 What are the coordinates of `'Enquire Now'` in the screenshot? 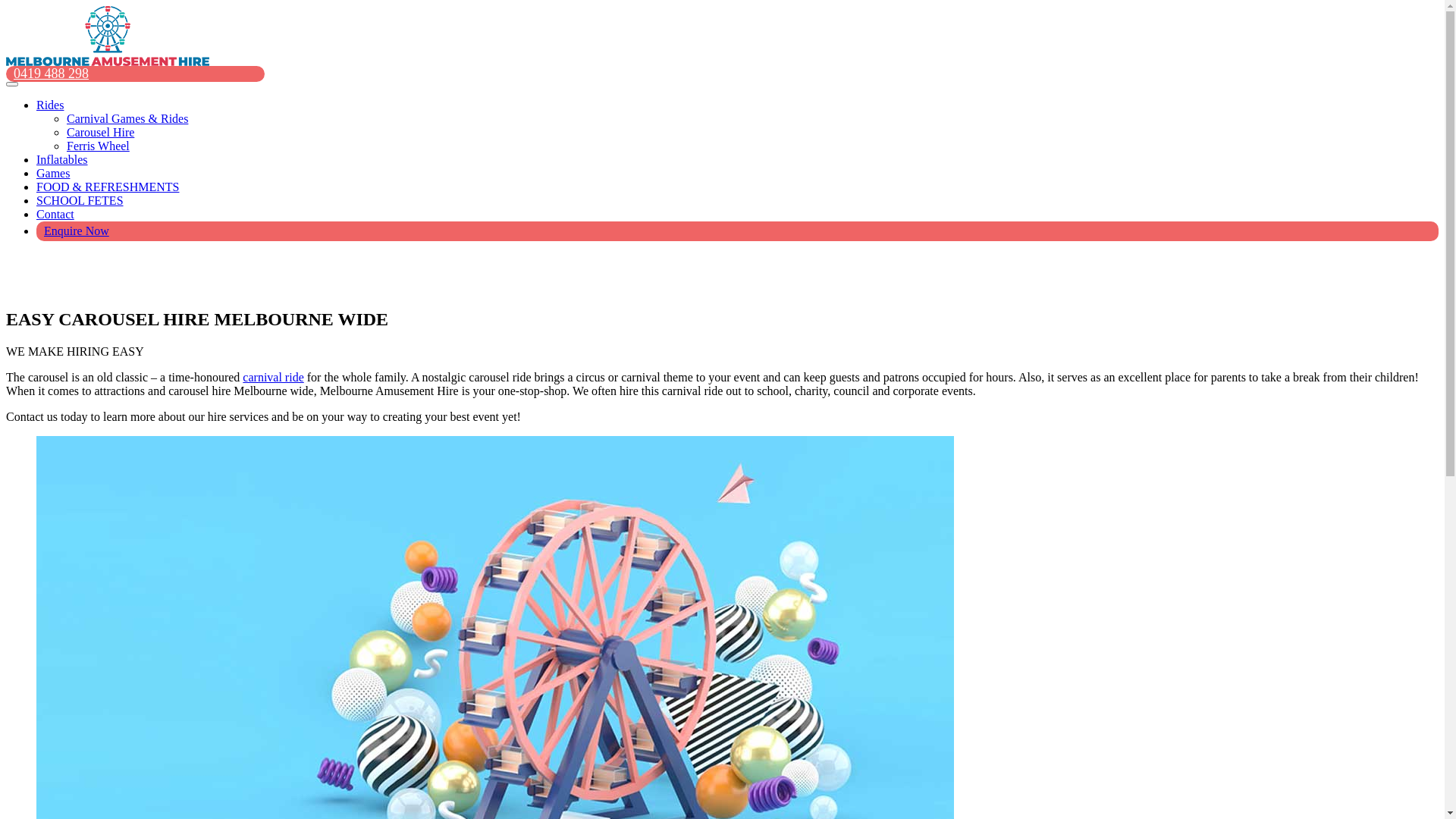 It's located at (75, 231).